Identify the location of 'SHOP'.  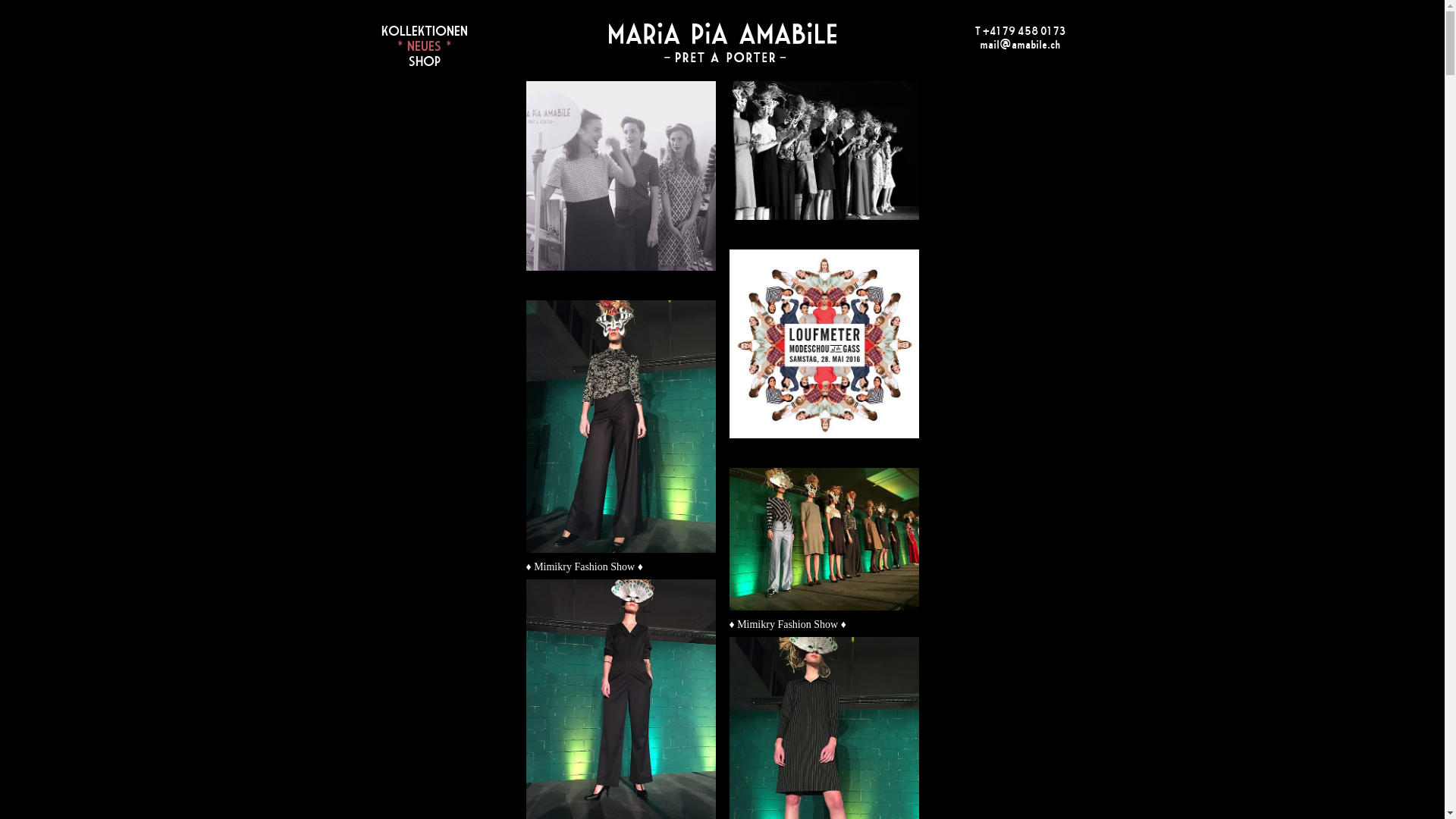
(423, 61).